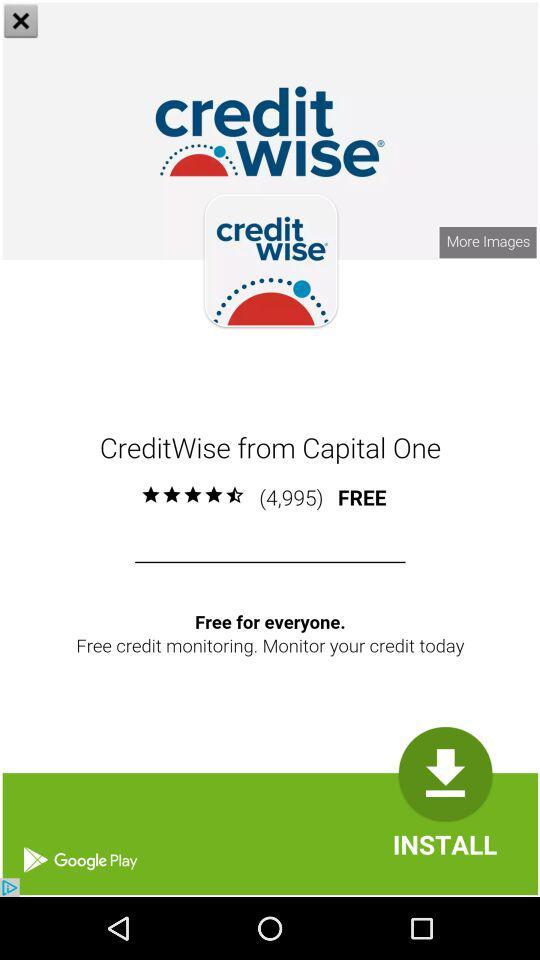 This screenshot has height=960, width=540. I want to click on the close icon, so click(20, 21).